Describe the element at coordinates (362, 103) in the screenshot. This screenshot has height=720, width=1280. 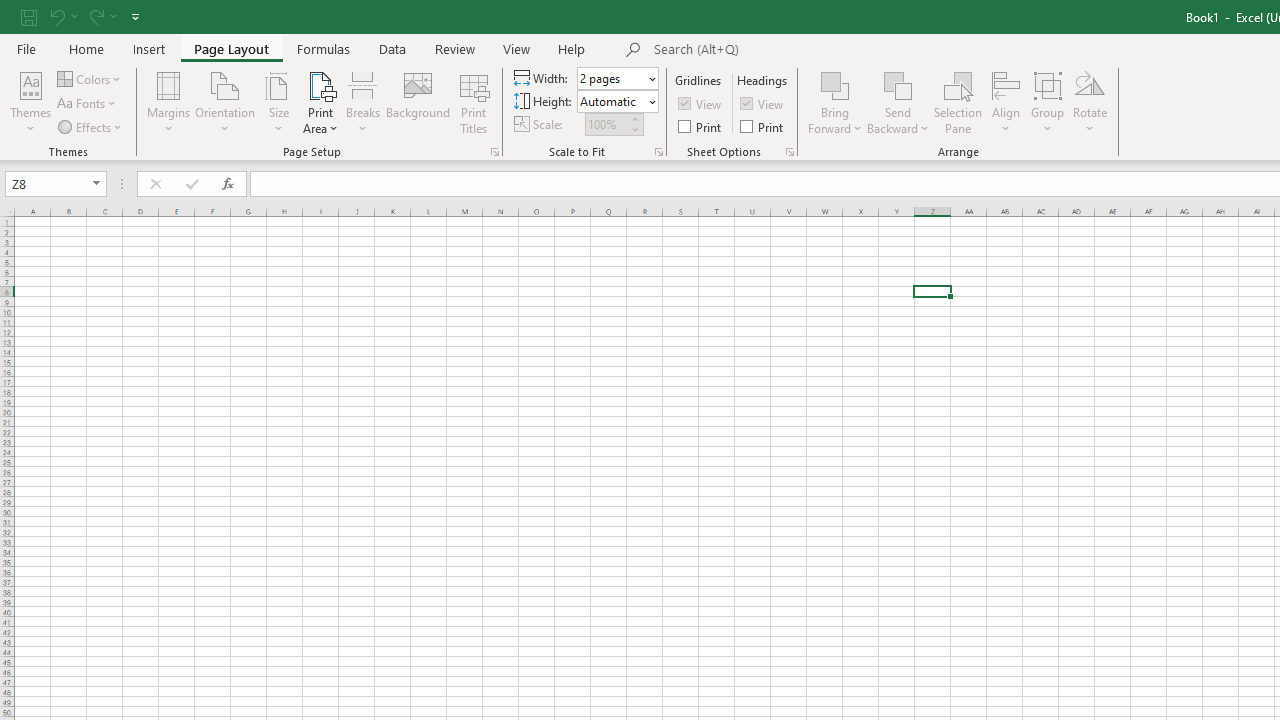
I see `'Breaks'` at that location.